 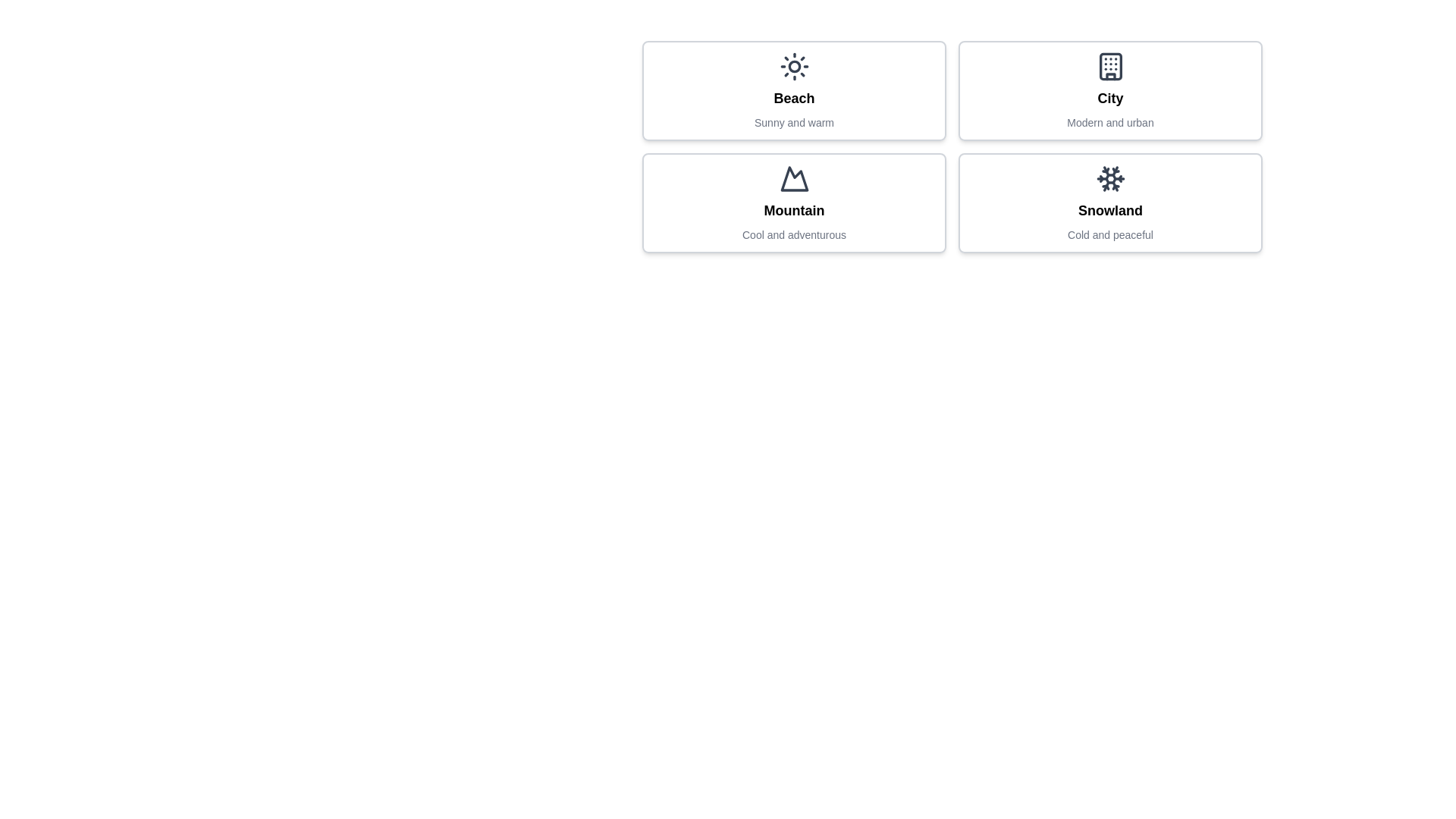 What do you see at coordinates (1110, 66) in the screenshot?
I see `the Decorative SVG rectangle element located within the 'City' card in the second column of the top row` at bounding box center [1110, 66].